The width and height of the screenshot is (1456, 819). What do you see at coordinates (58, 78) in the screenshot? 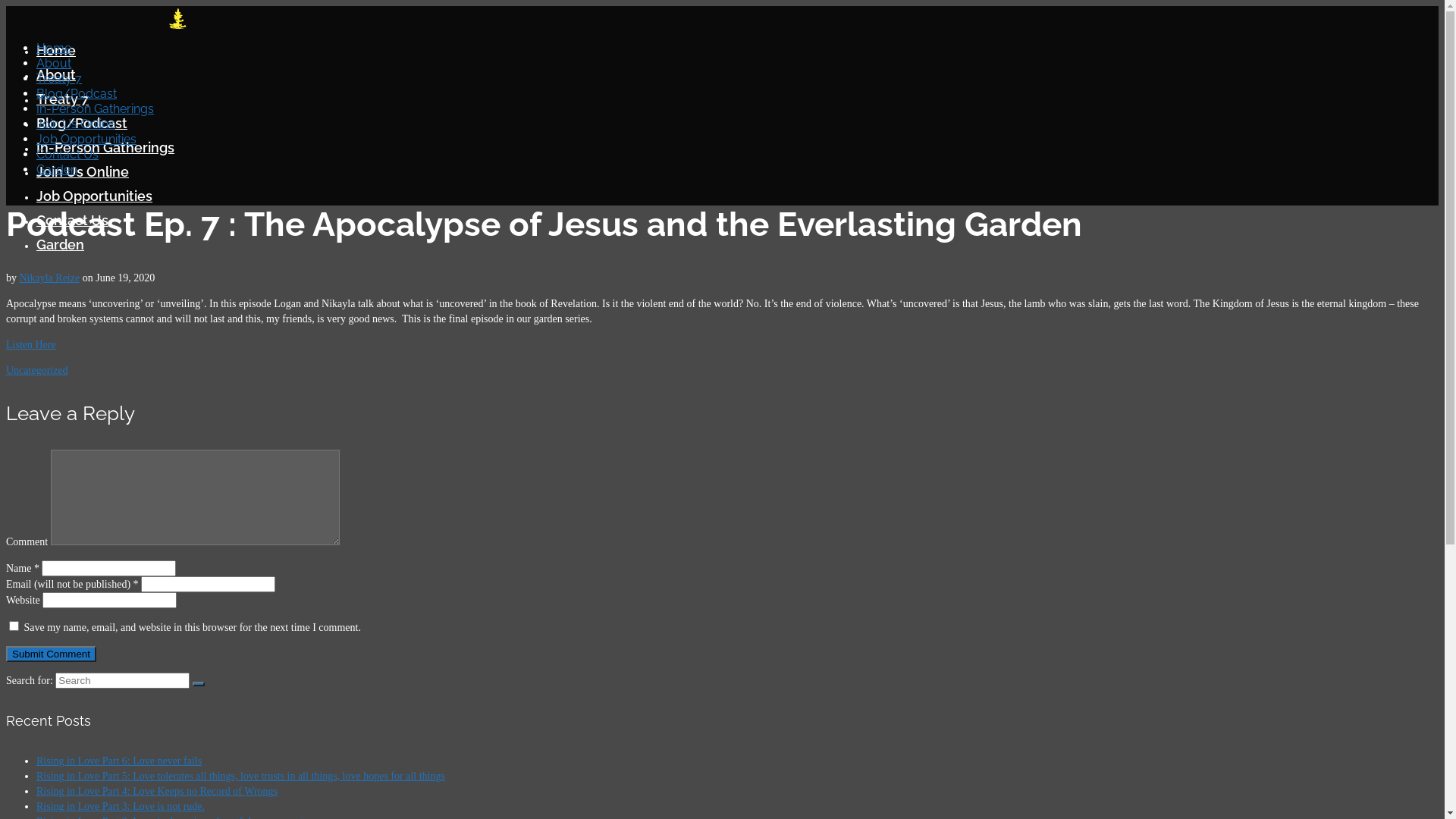
I see `'Treaty 7'` at bounding box center [58, 78].